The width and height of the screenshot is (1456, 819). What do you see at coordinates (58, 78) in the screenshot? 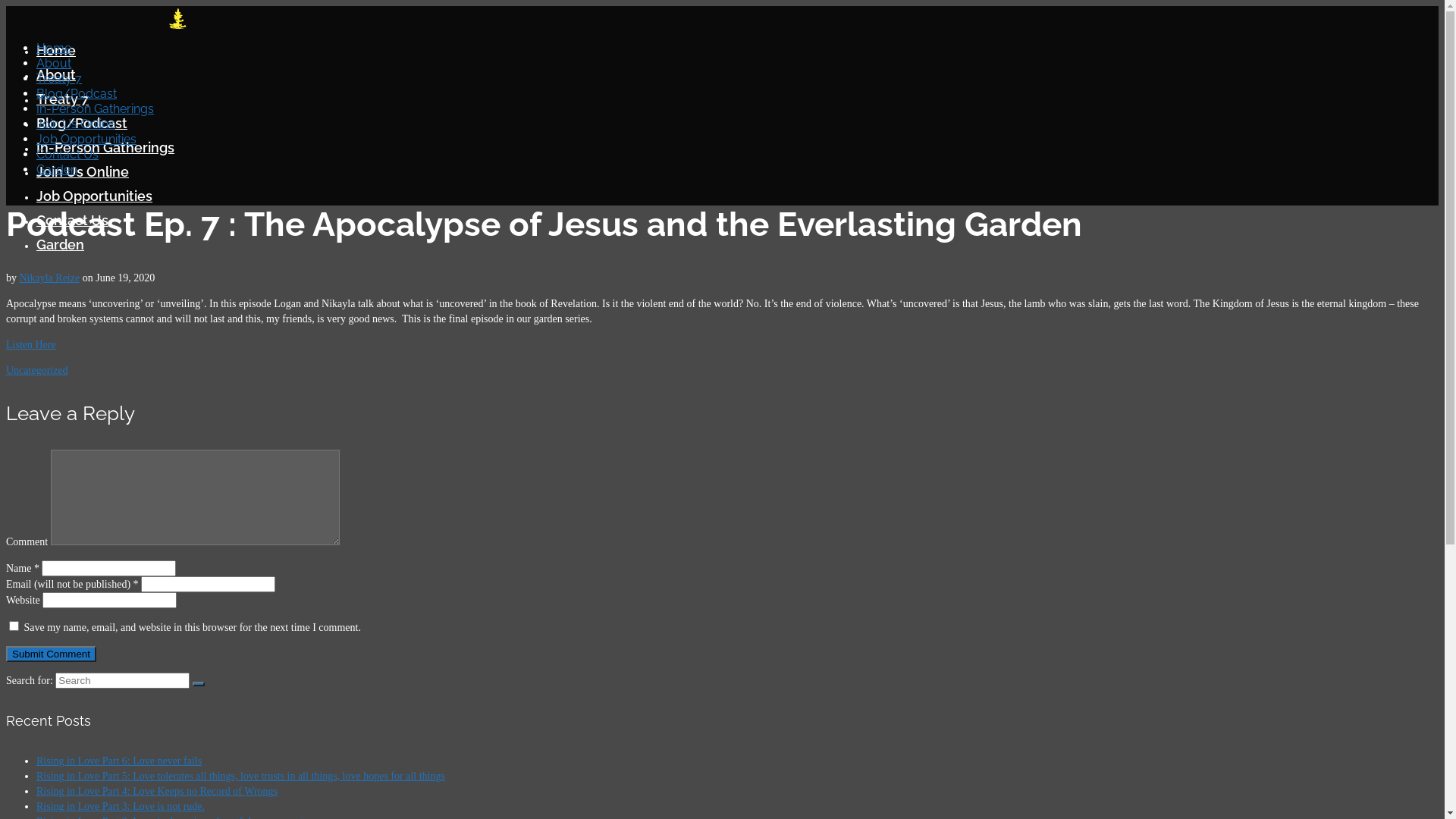
I see `'Treaty 7'` at bounding box center [58, 78].